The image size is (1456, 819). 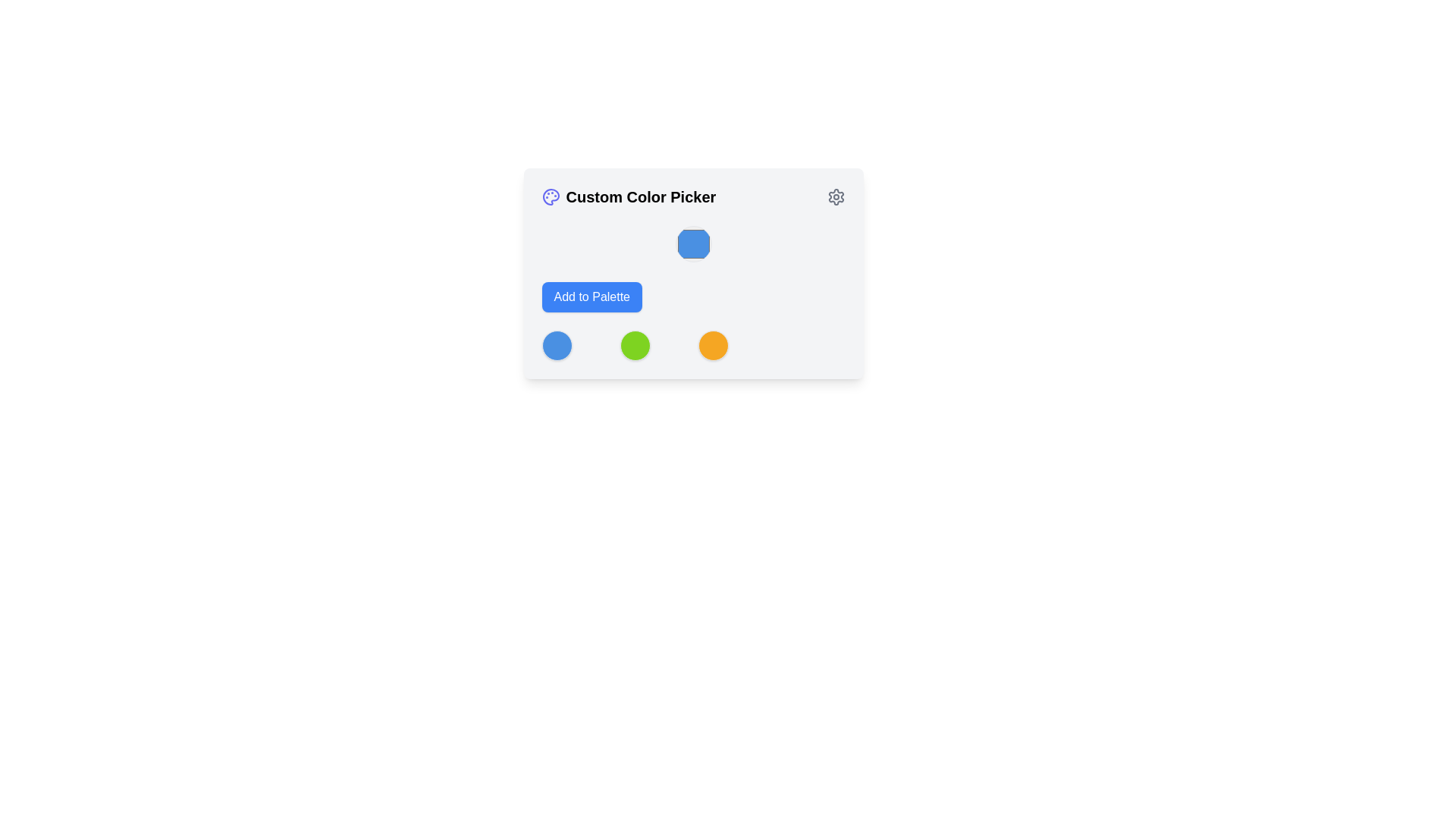 What do you see at coordinates (692, 196) in the screenshot?
I see `the title text of the custom color picker card, which is positioned at the topmost part of the card with icons on both sides` at bounding box center [692, 196].